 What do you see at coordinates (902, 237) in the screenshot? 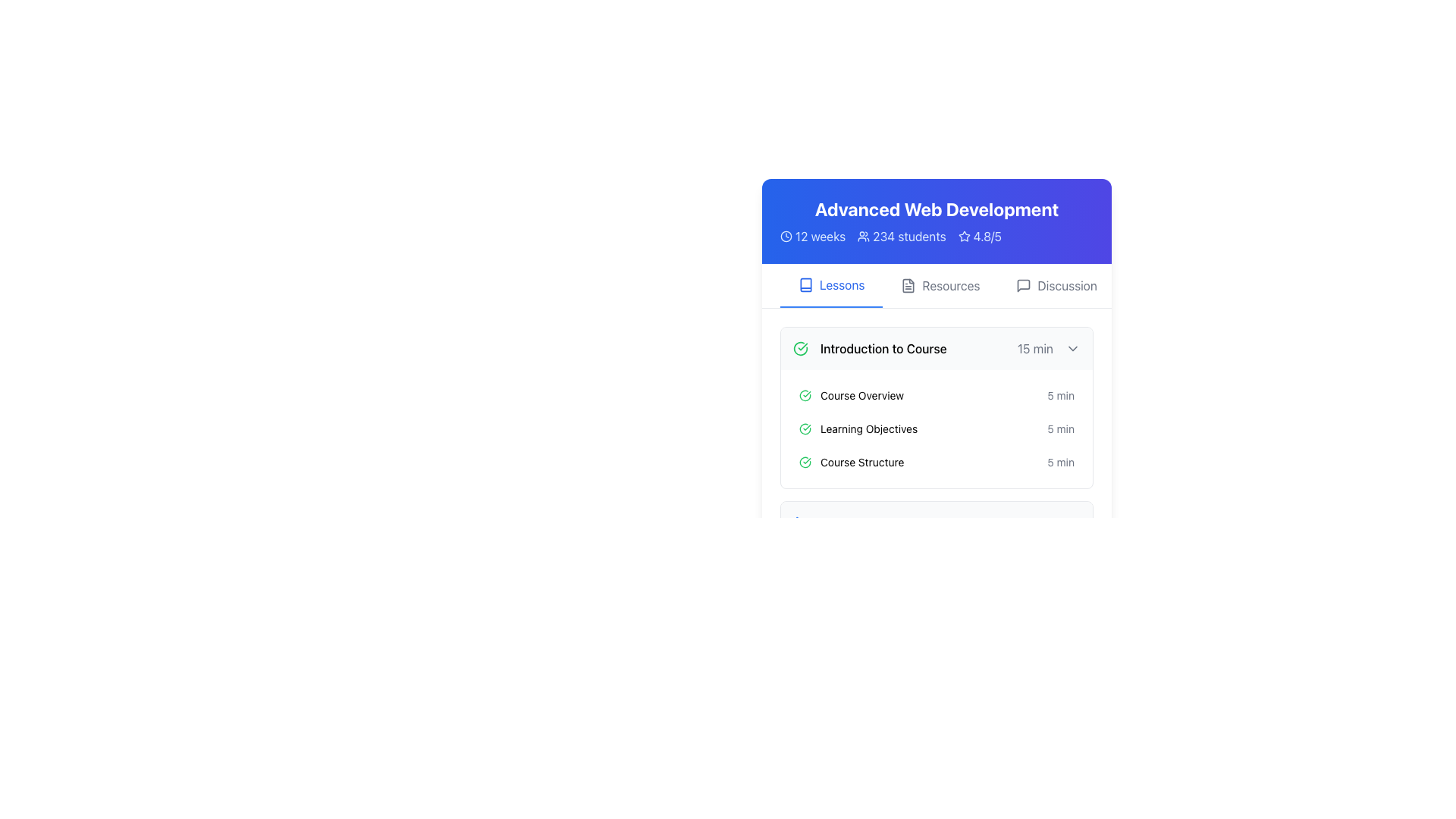
I see `the static text element displaying the number of students enrolled in the course, located between '12 weeks' and '4.8/5'` at bounding box center [902, 237].